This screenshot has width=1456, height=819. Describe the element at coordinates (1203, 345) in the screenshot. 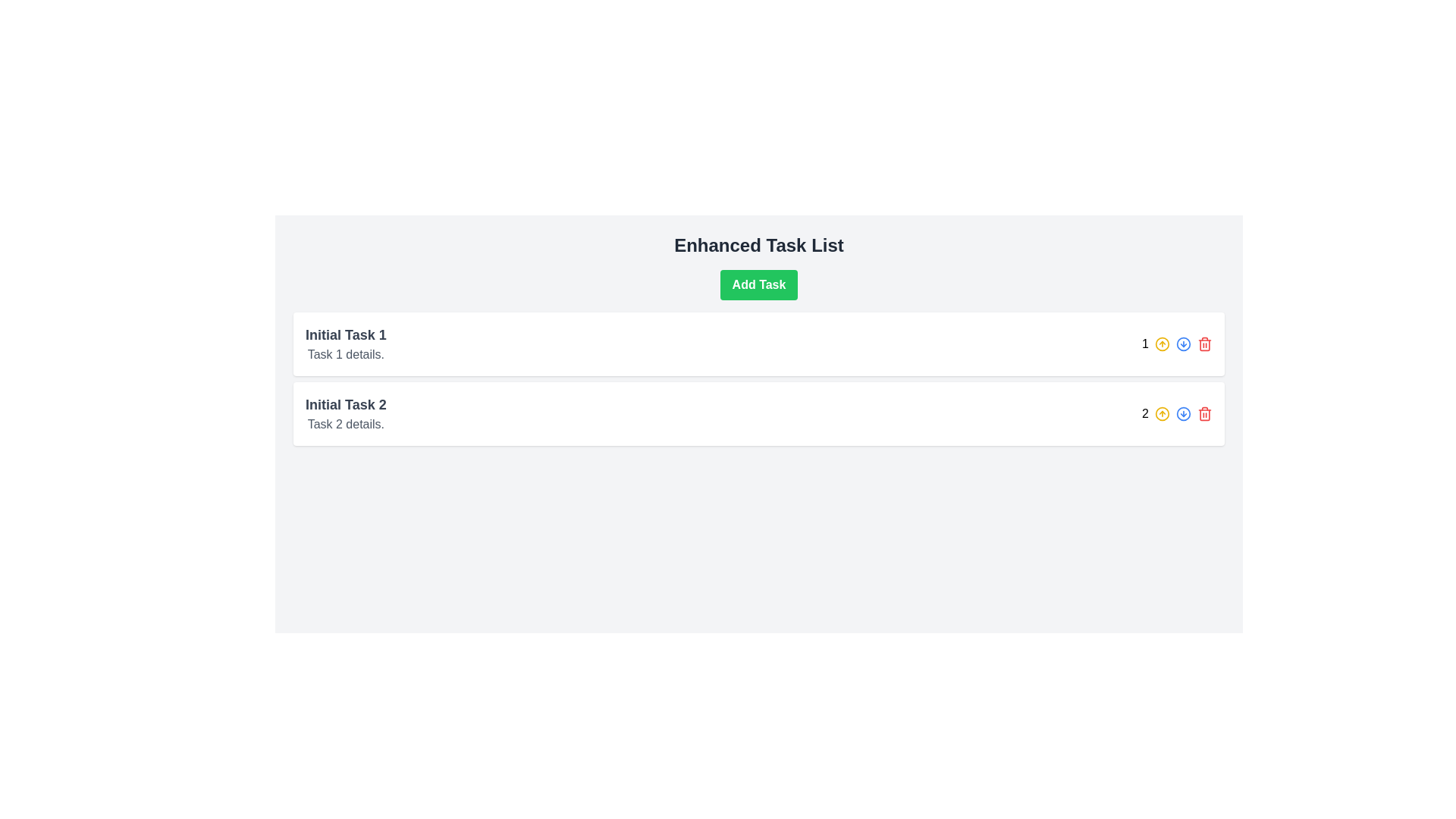

I see `the red rounded rectangular stroke of the trash can icon` at that location.